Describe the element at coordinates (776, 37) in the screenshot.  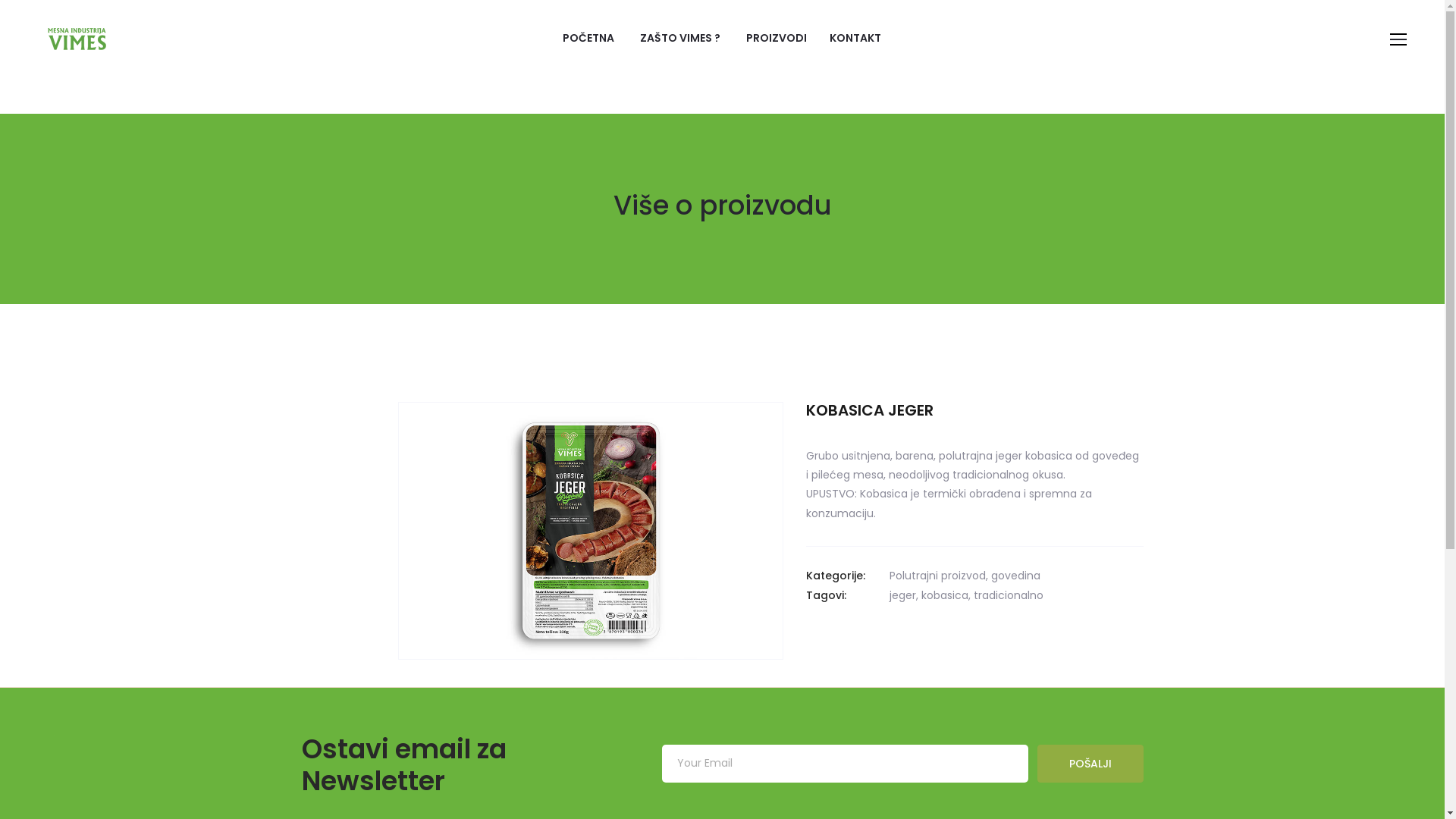
I see `'PROIZVODI'` at that location.